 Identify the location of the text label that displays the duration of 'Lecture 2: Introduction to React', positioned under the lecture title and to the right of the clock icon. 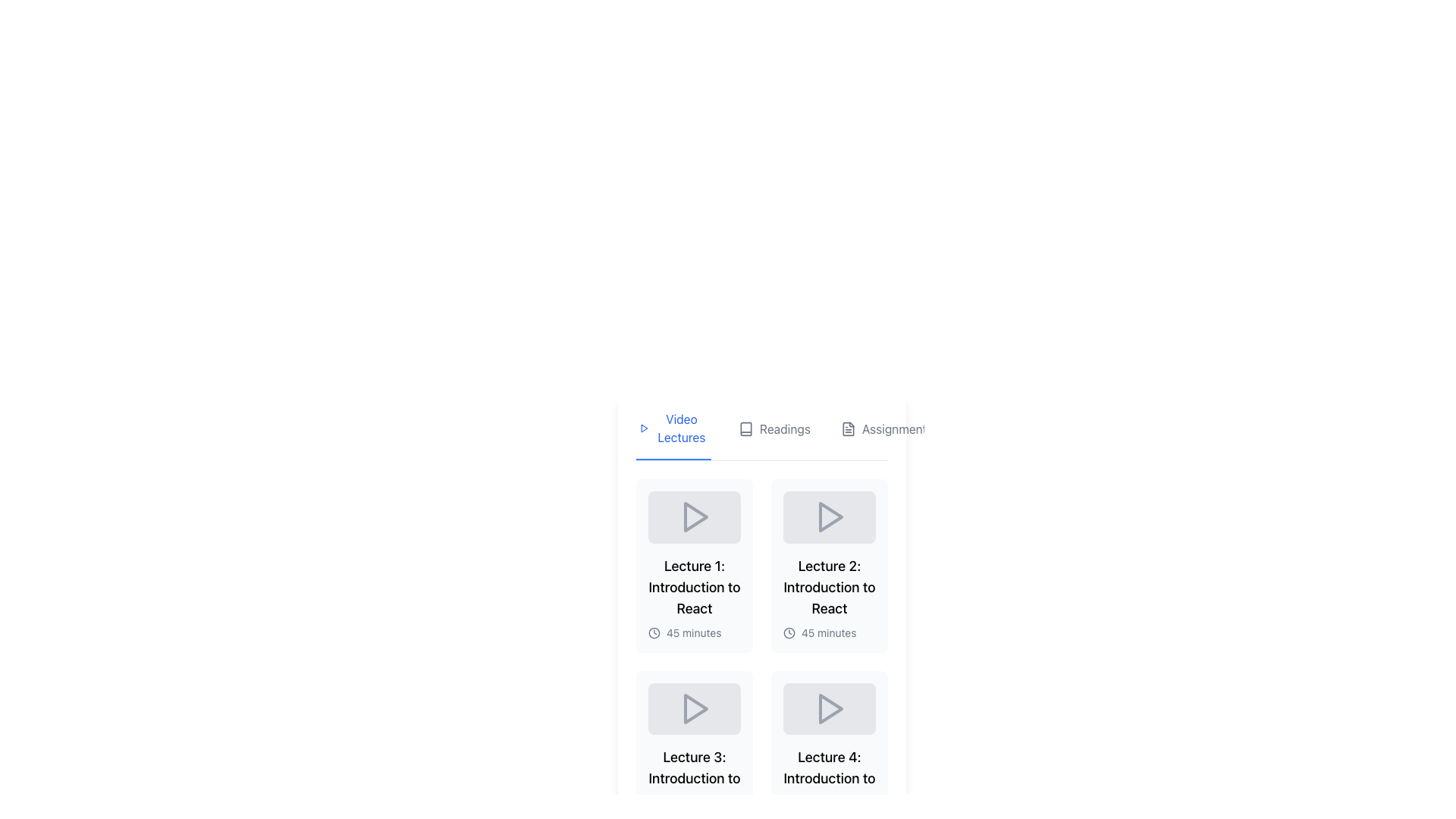
(828, 632).